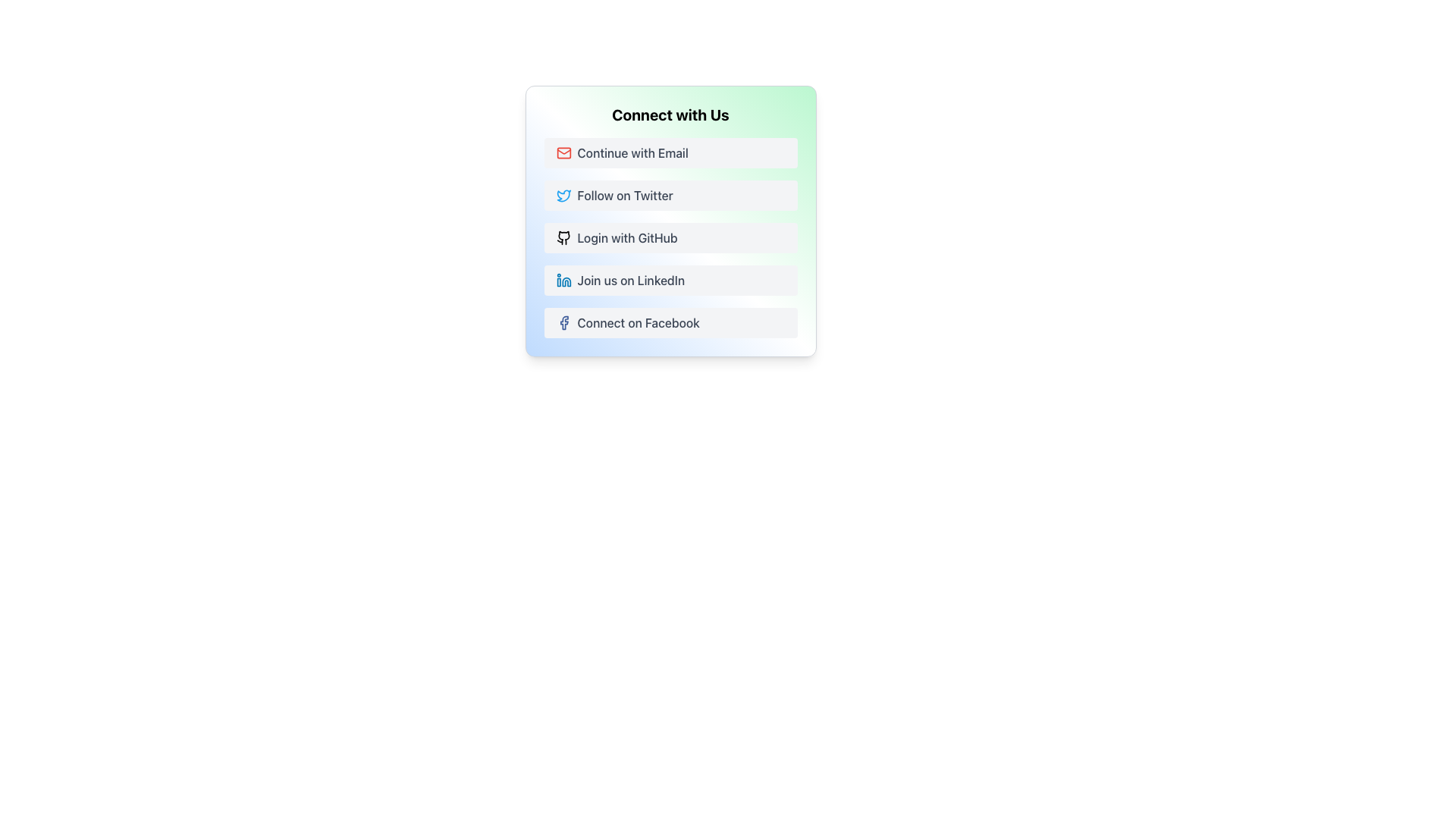 This screenshot has height=819, width=1456. I want to click on the Facebook SVG Icon located in the 'Connect on Facebook' row at the bottom of the list of connection options, so click(563, 322).